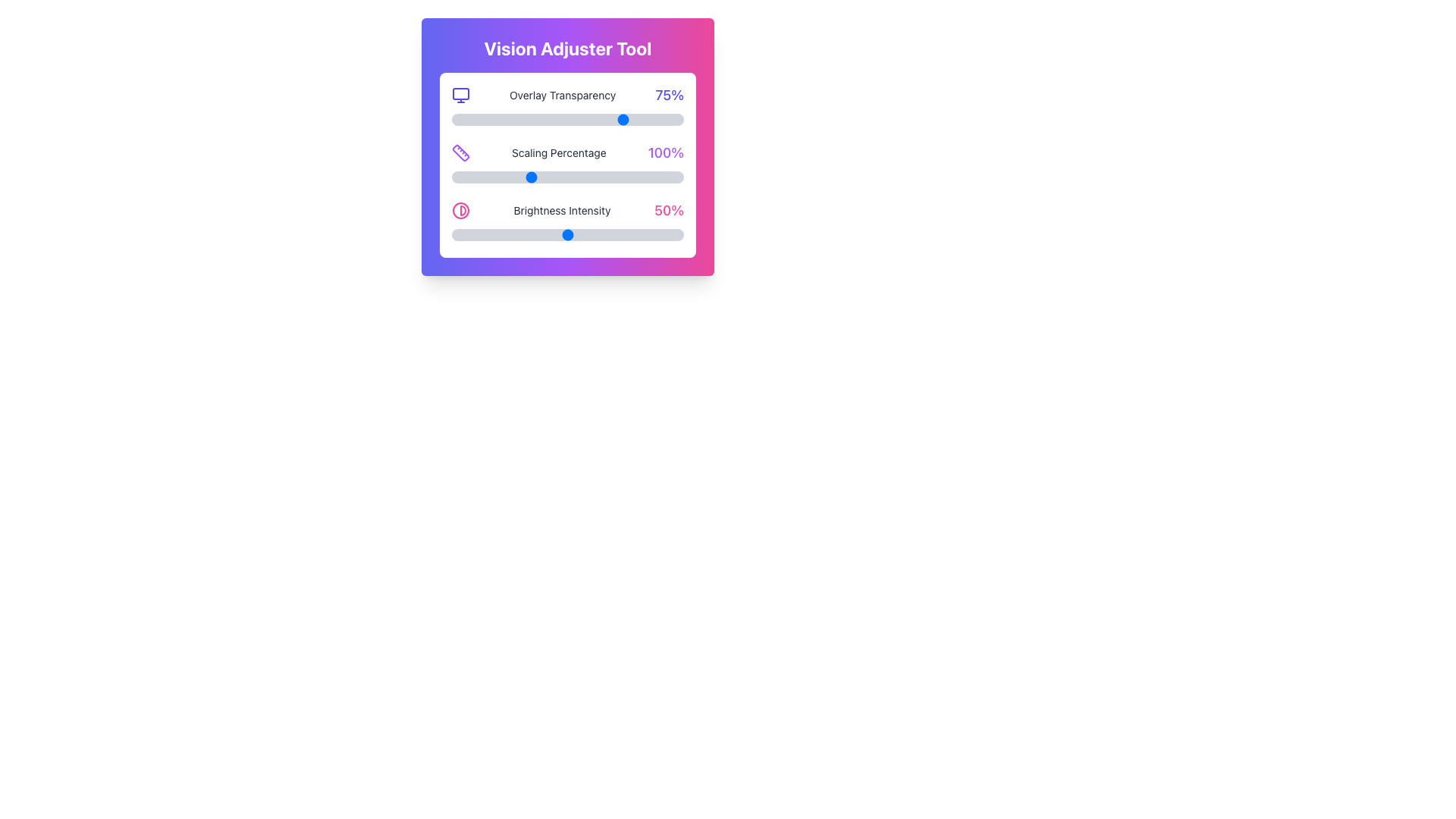 This screenshot has width=1456, height=819. Describe the element at coordinates (566, 152) in the screenshot. I see `the Informational row displaying the scaling percentage in the 'Vision Adjuster Tool' panel, located between 'Overlay Transparency' and 'Brightness Intensity'` at that location.